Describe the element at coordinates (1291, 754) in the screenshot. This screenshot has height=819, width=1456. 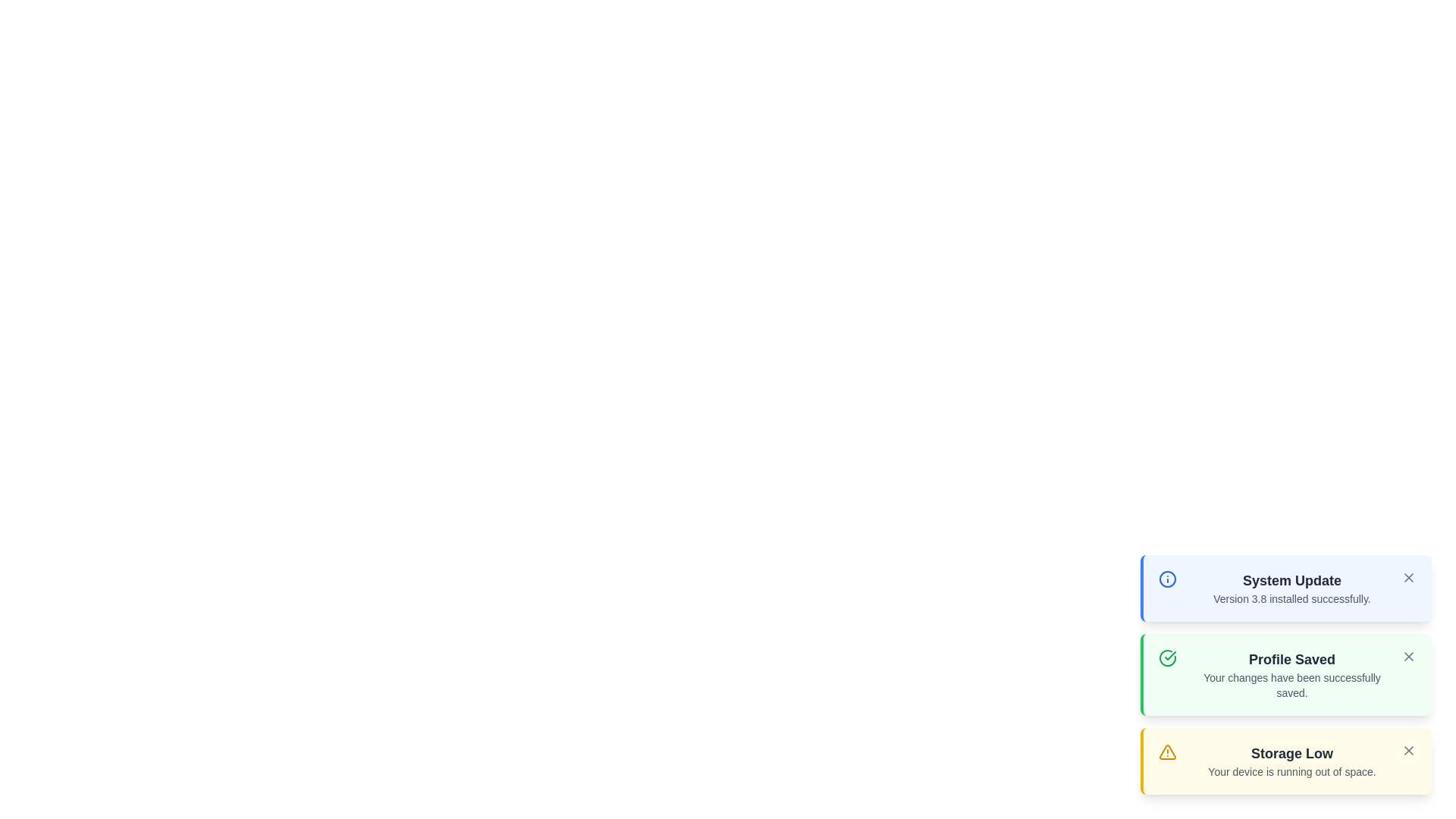
I see `the text content of the notification titled Storage Low` at that location.